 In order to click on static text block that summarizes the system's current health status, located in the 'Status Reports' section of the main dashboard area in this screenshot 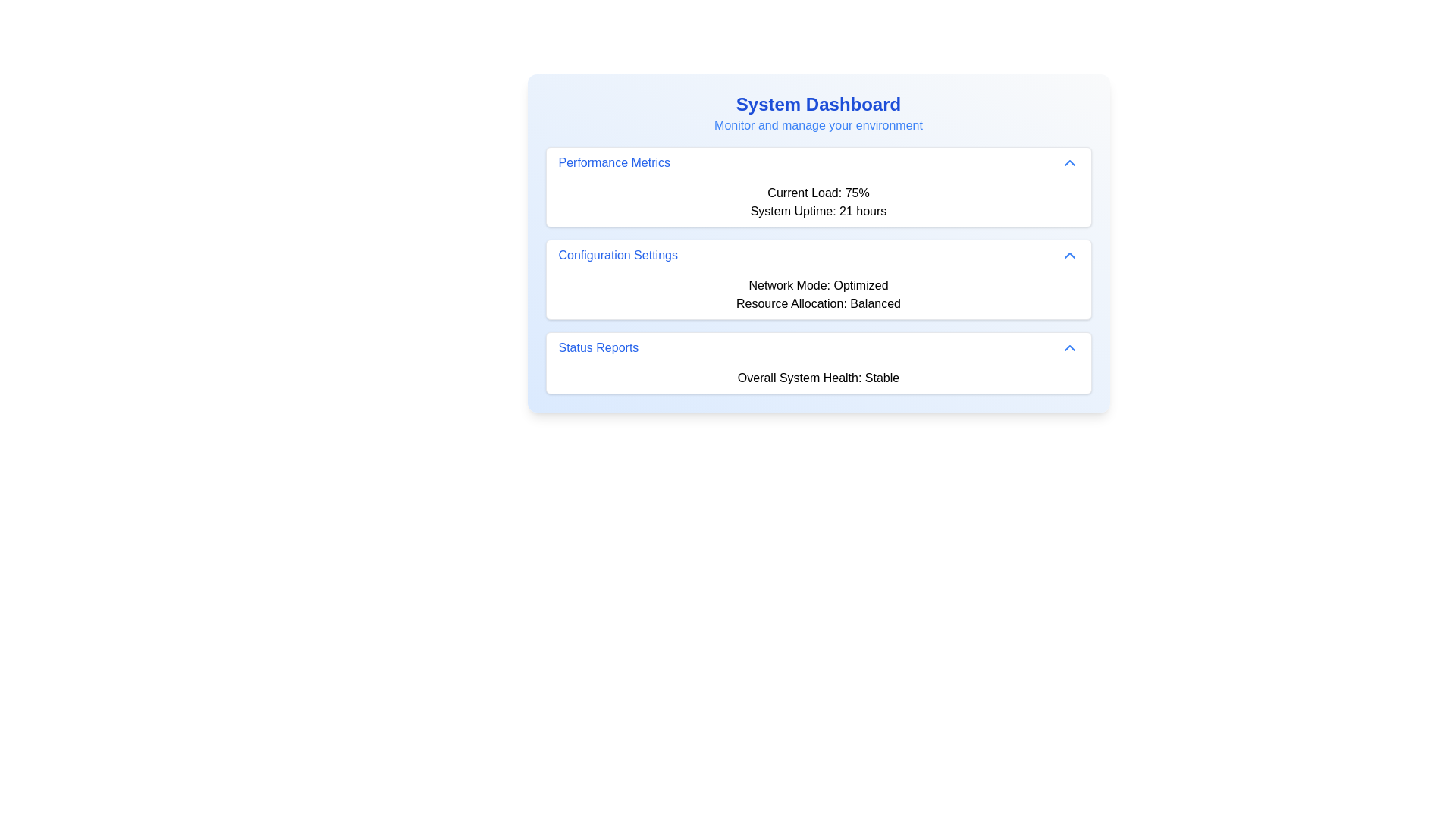, I will do `click(817, 377)`.